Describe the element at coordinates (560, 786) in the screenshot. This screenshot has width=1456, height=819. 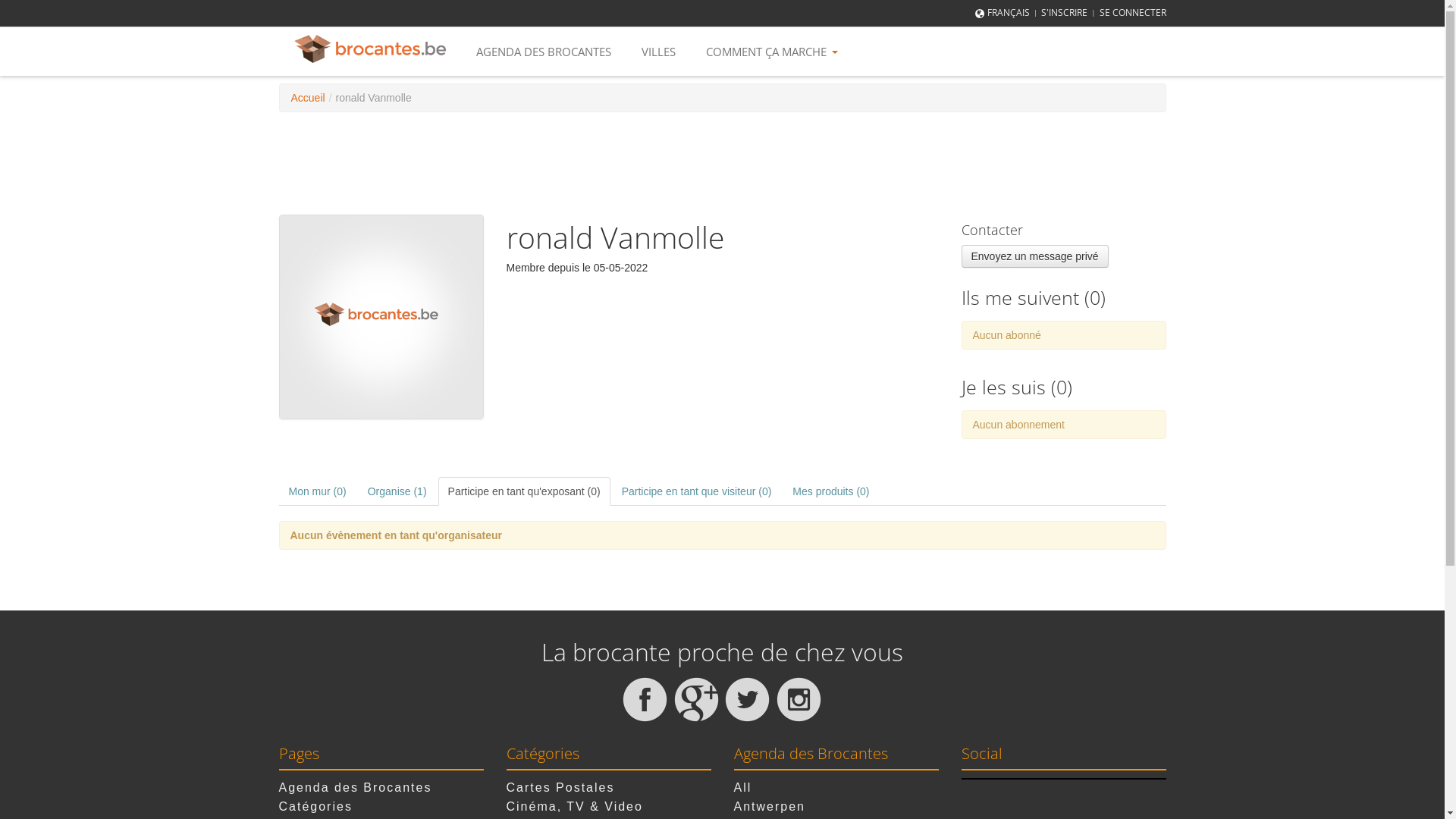
I see `'Cartes Postales'` at that location.